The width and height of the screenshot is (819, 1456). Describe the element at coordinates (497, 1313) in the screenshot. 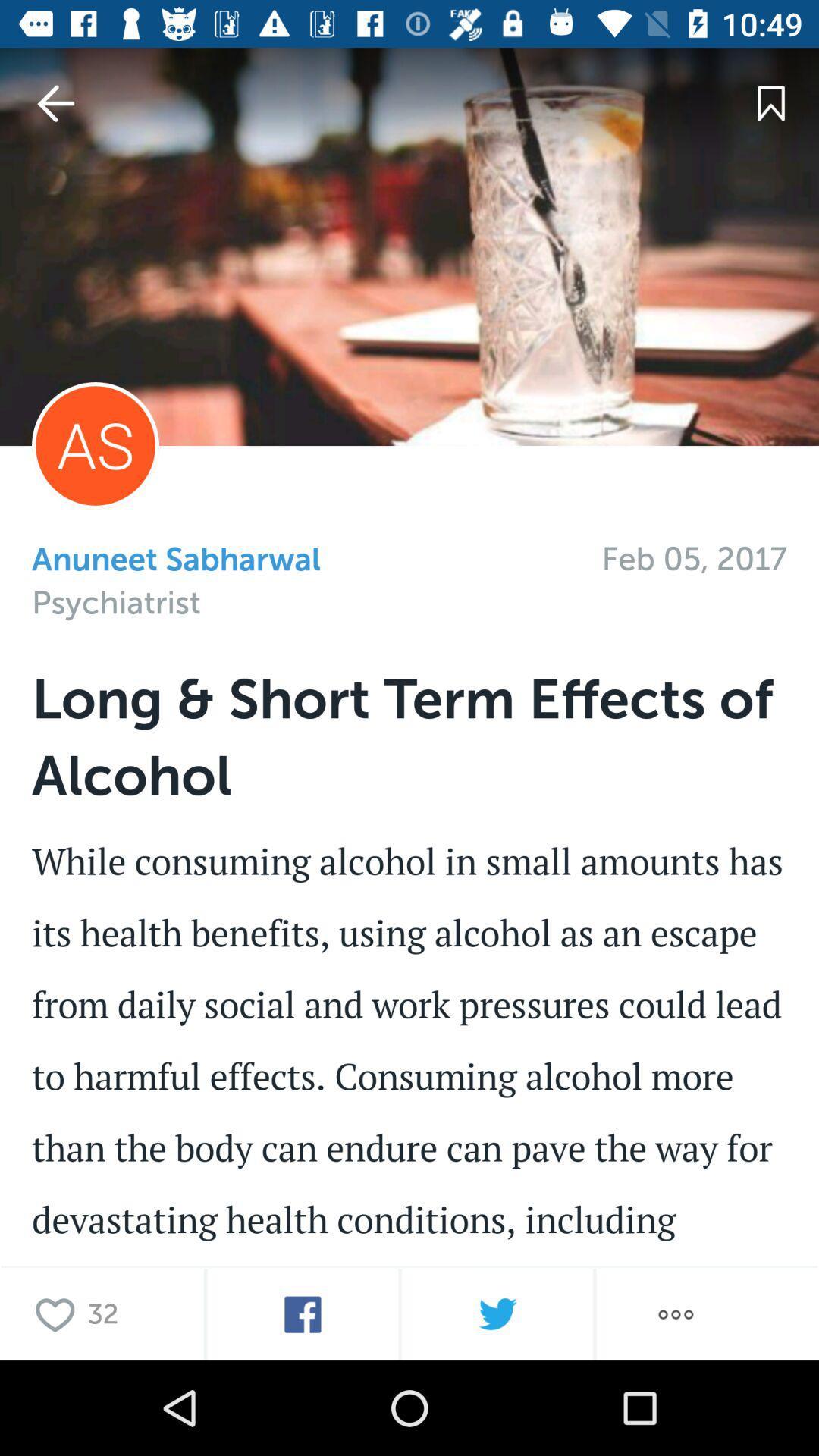

I see `share to twitter` at that location.